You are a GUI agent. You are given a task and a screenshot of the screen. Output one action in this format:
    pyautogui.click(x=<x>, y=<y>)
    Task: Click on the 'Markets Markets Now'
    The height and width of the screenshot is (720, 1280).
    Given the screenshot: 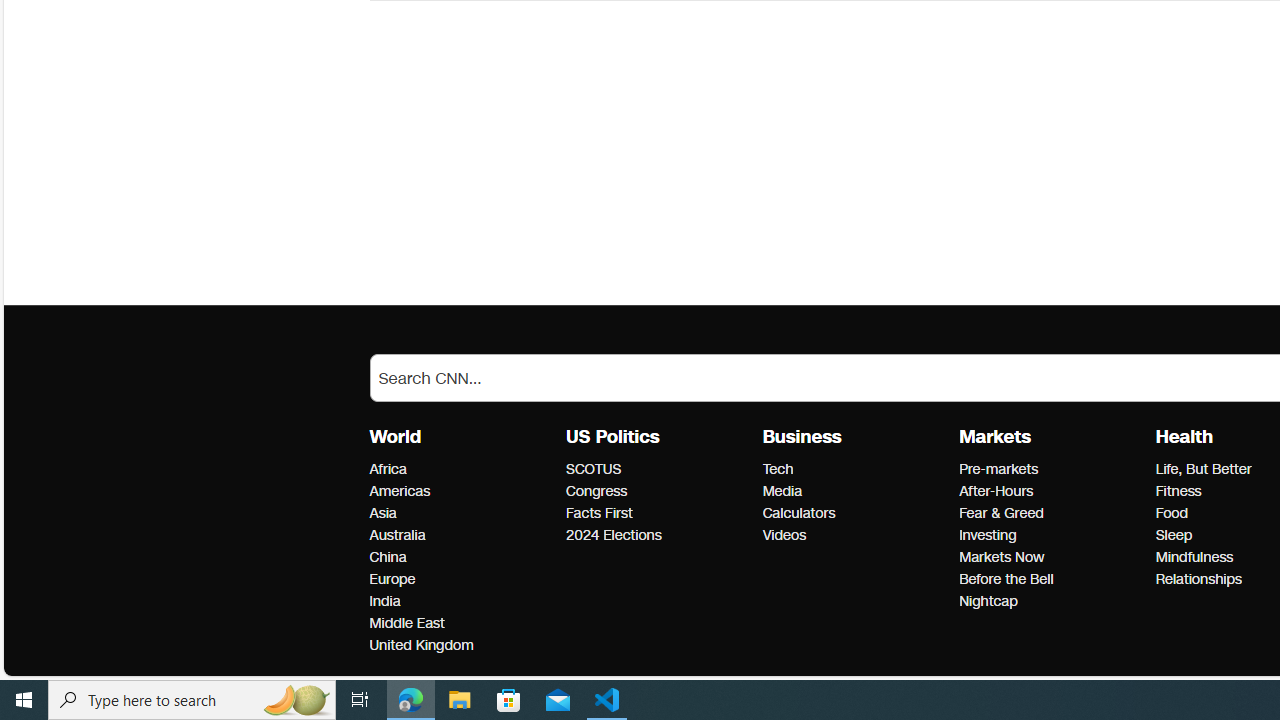 What is the action you would take?
    pyautogui.click(x=1001, y=557)
    